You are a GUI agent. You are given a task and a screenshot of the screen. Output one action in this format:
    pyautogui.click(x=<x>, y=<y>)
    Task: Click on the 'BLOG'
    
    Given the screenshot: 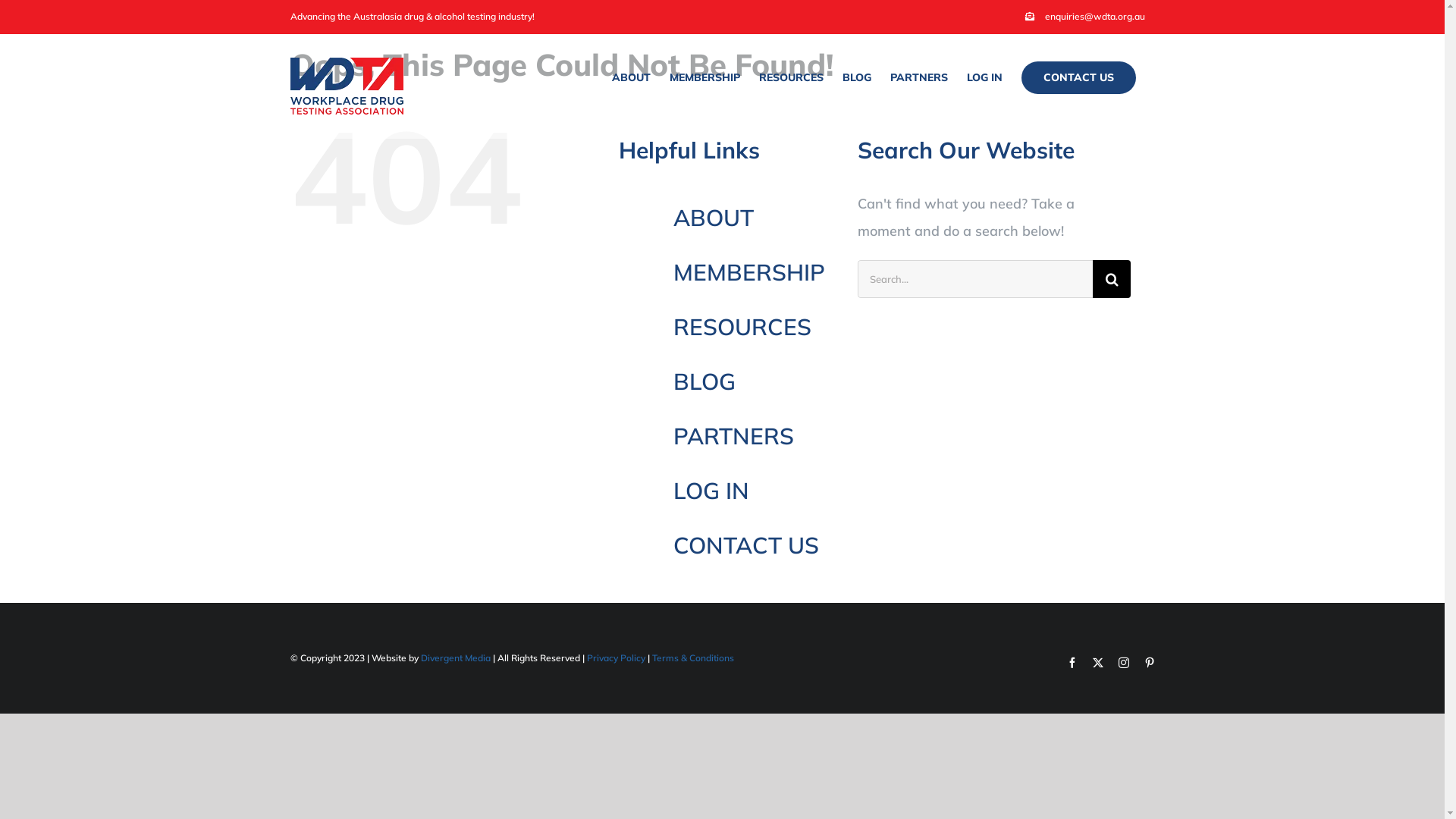 What is the action you would take?
    pyautogui.click(x=704, y=380)
    